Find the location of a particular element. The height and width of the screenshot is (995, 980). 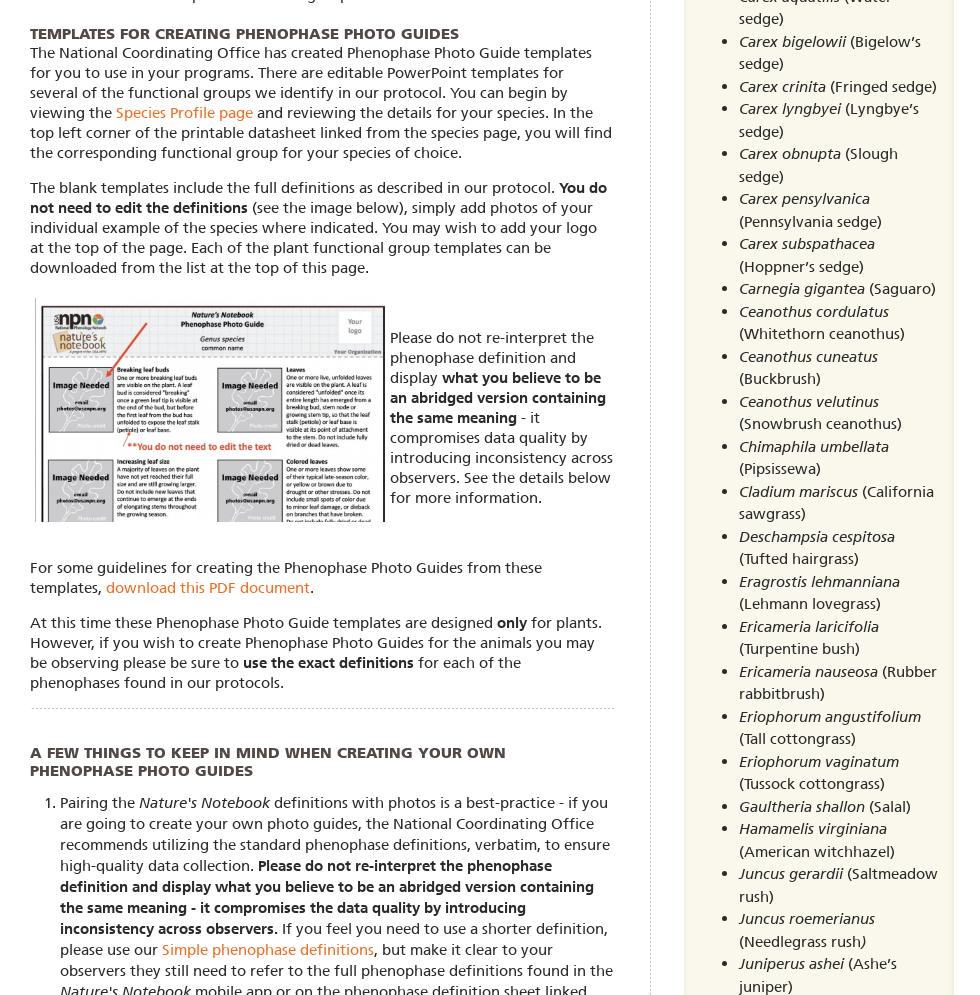

'download this PDF document' is located at coordinates (207, 585).